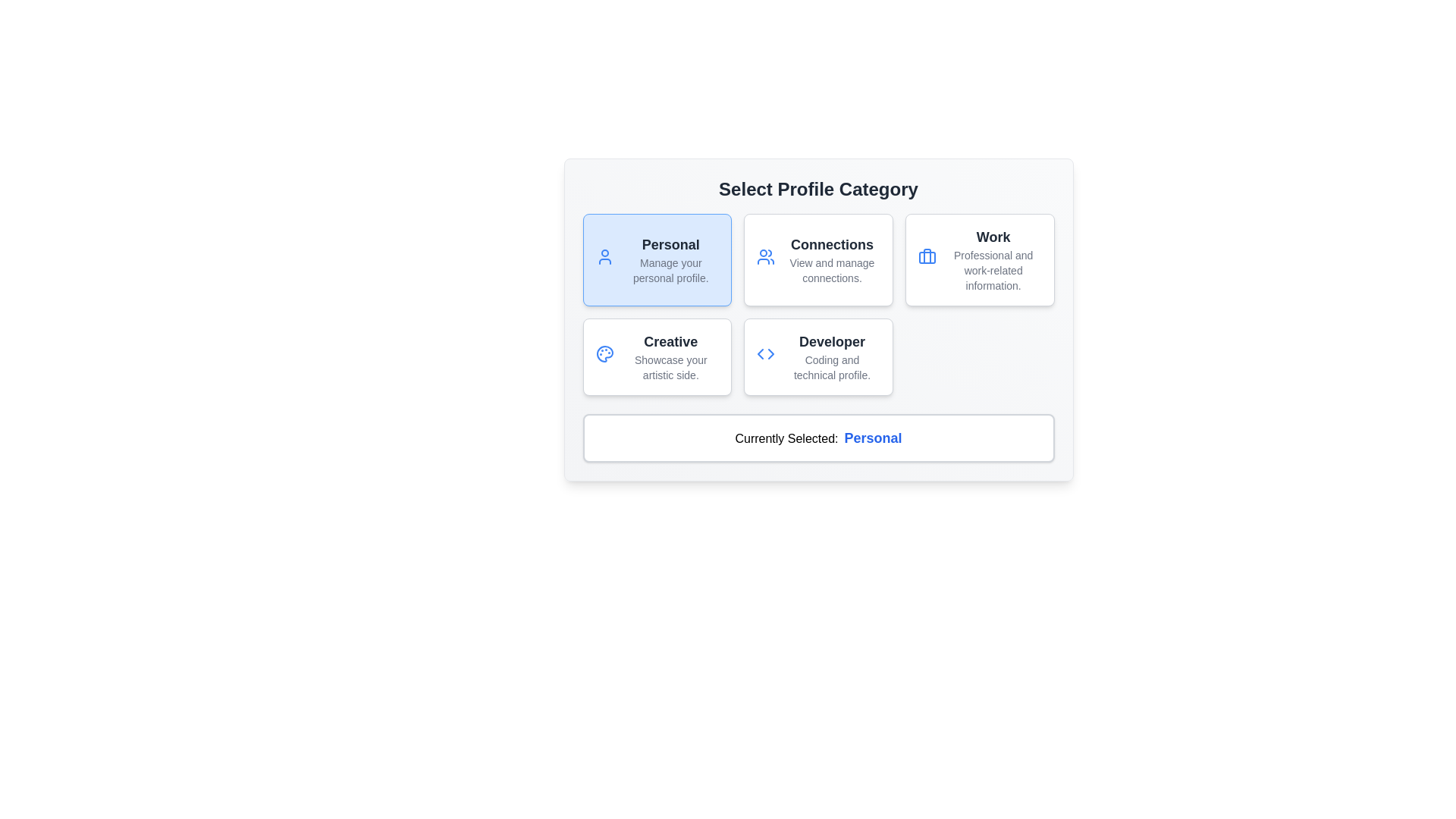 The image size is (1456, 819). What do you see at coordinates (604, 356) in the screenshot?
I see `the 'Creative' Icon, which is centrally located in the second row of options to help users identify and navigate to this category effectively` at bounding box center [604, 356].